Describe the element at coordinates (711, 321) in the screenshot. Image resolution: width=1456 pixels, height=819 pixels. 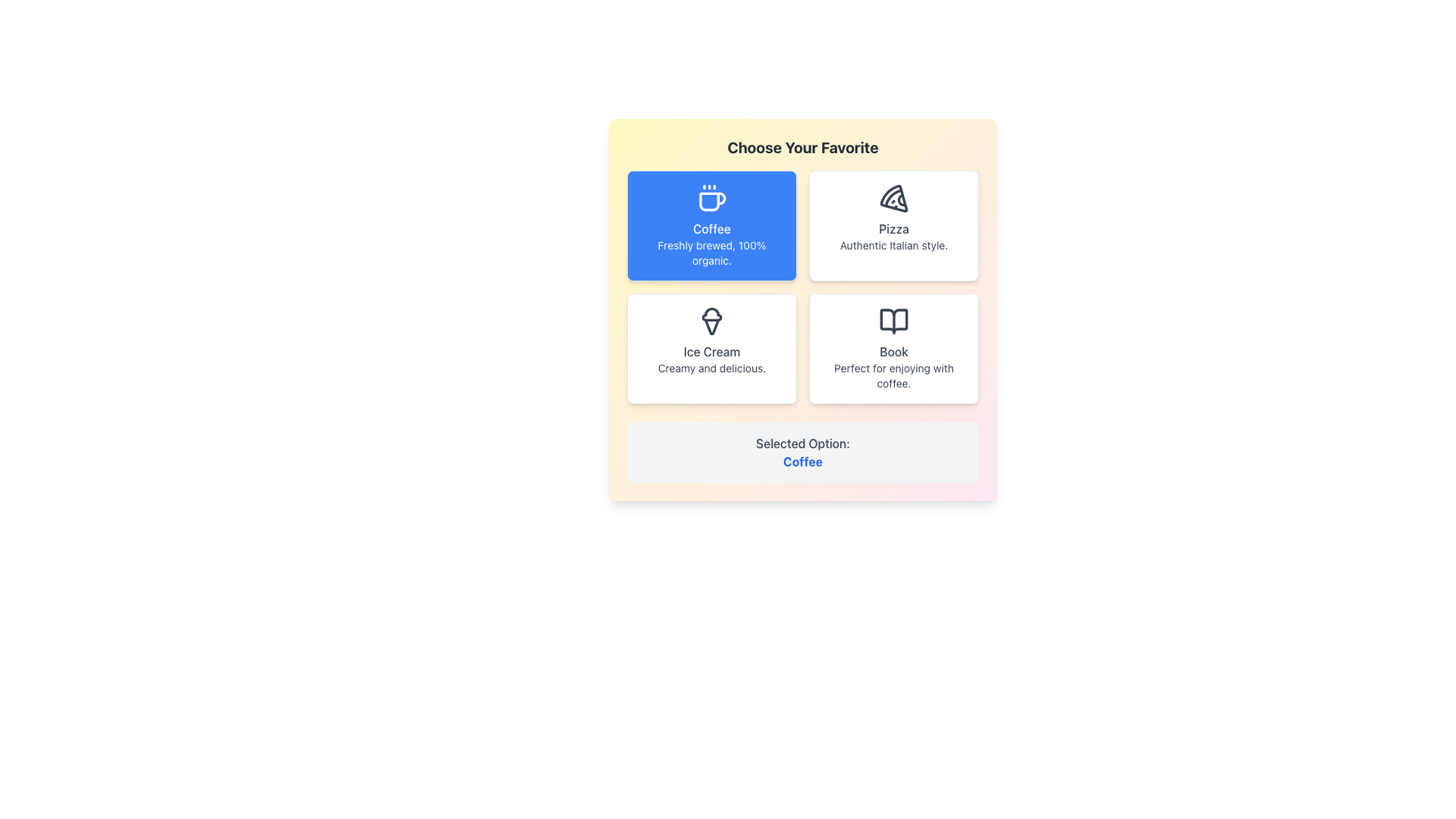
I see `the decorative icon for the 'Ice Cream' option located in the lower-left portion of the grid layout, above the text 'Ice Cream' and 'Creamy and delicious'` at that location.